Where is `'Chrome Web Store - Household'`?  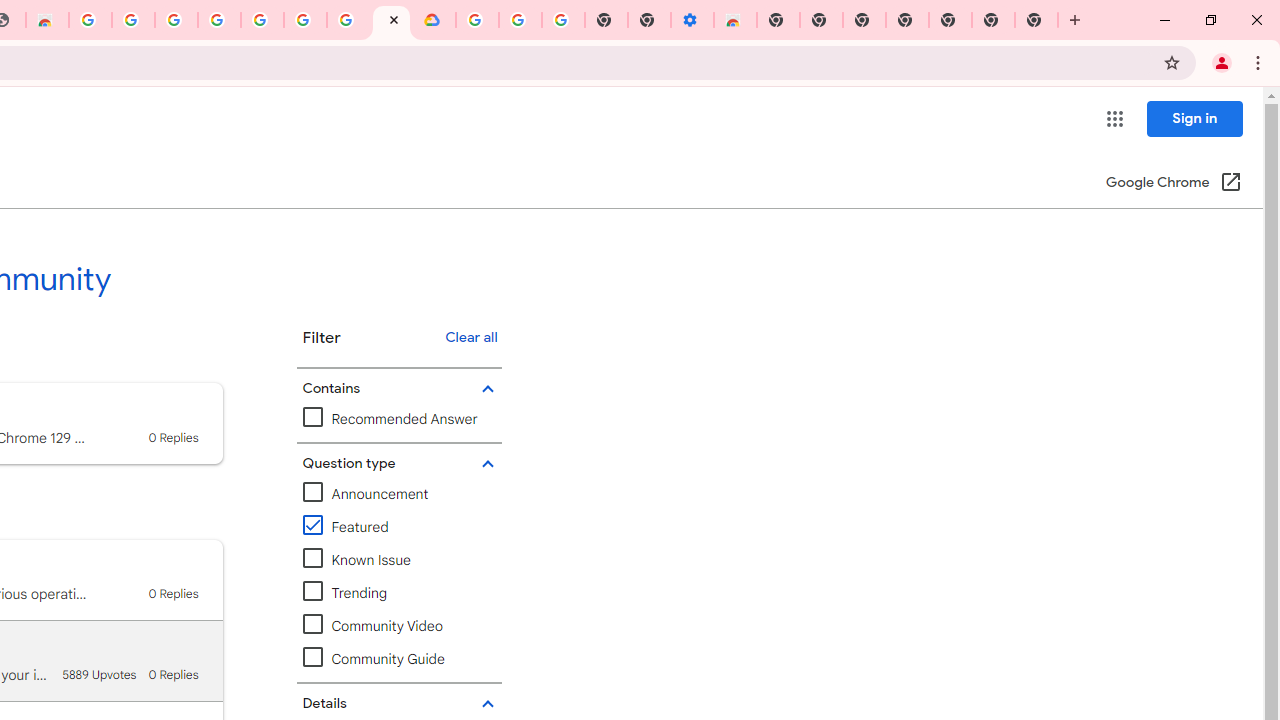
'Chrome Web Store - Household' is located at coordinates (47, 20).